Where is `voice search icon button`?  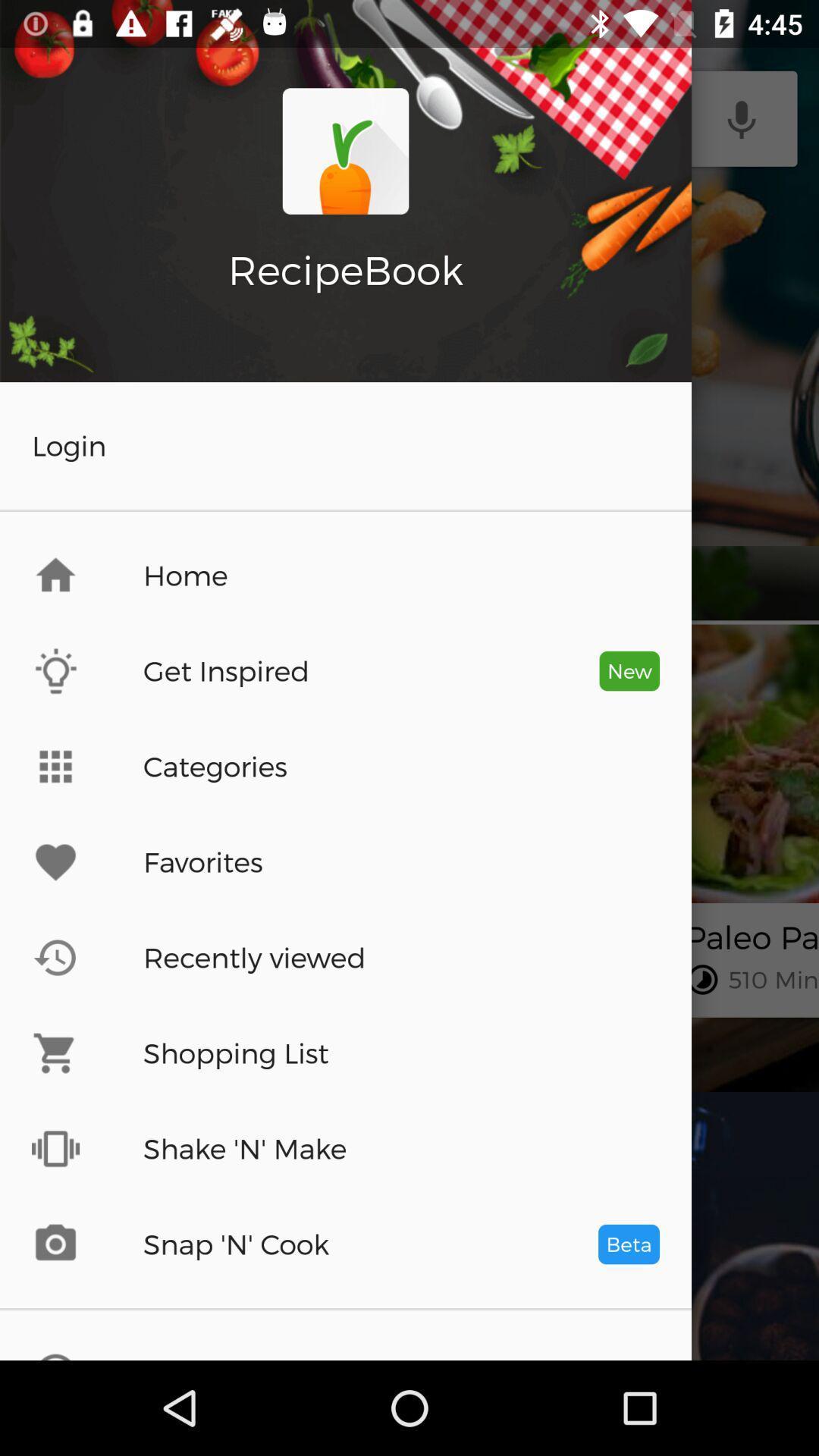
voice search icon button is located at coordinates (741, 118).